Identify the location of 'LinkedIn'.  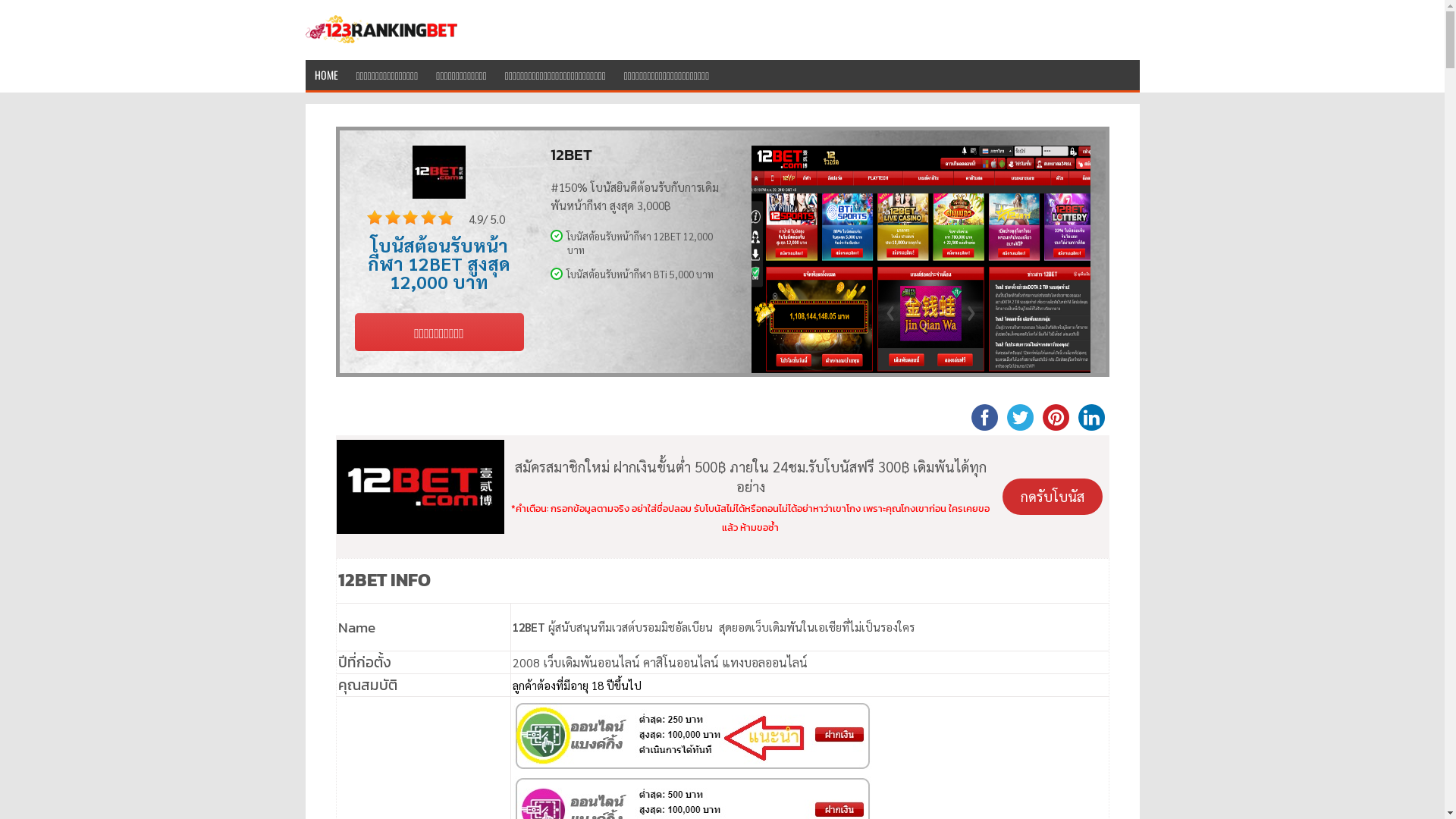
(1090, 416).